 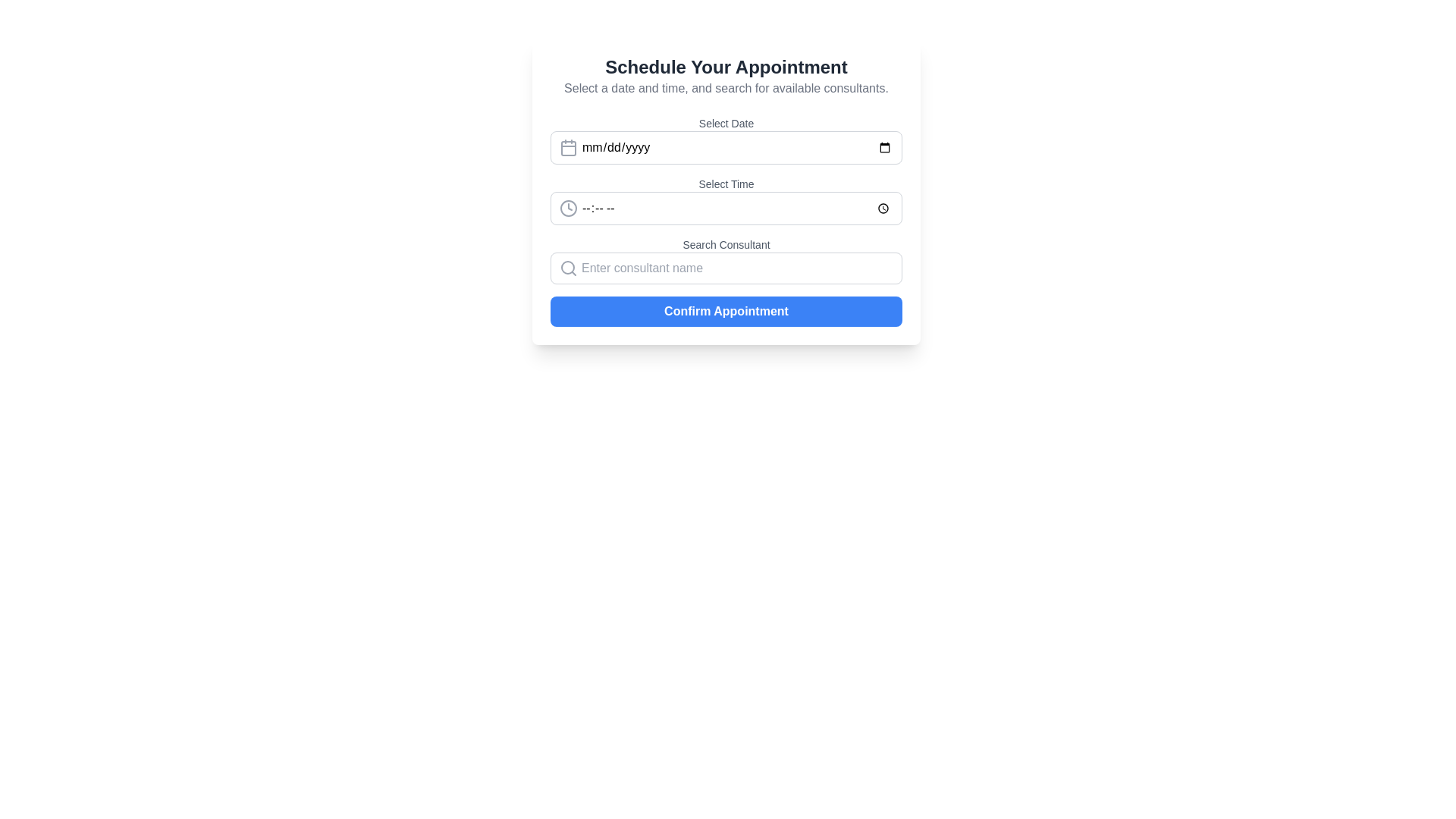 I want to click on the label that provides context for the time picker input field, which is positioned above the time input field in the form, immediately below the 'Select Date' field, so click(x=726, y=184).